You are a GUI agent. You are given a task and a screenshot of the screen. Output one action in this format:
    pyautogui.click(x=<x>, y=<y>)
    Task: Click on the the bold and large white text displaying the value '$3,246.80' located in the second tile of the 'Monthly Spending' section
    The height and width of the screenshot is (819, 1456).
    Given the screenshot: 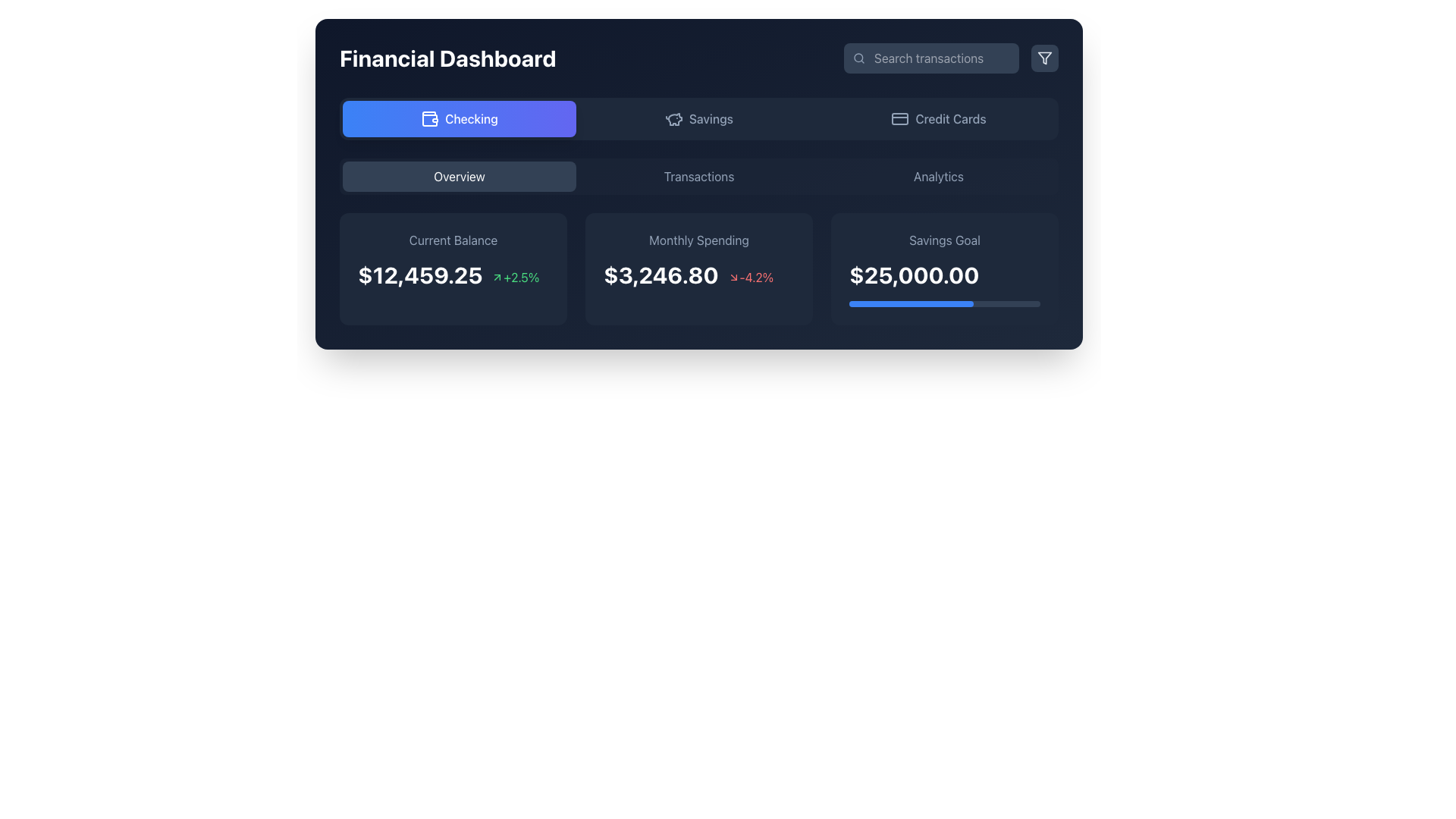 What is the action you would take?
    pyautogui.click(x=661, y=275)
    